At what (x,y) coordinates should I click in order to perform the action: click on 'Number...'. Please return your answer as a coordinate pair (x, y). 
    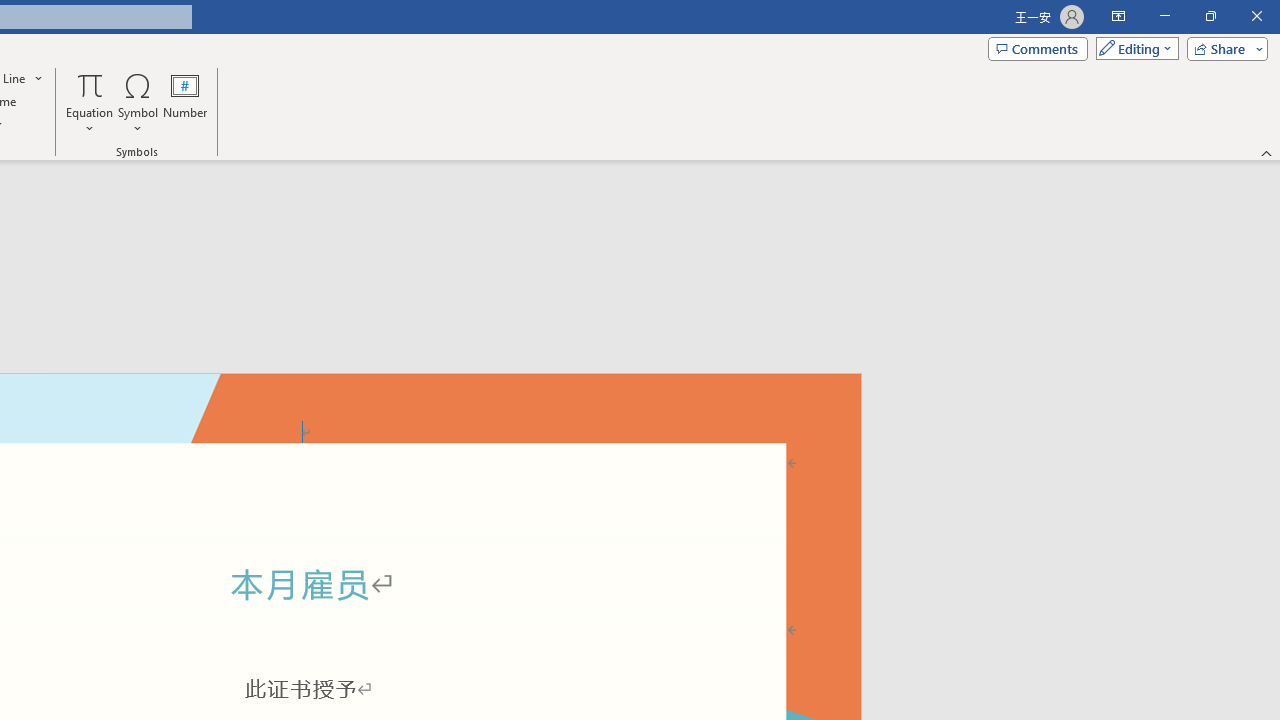
    Looking at the image, I should click on (185, 103).